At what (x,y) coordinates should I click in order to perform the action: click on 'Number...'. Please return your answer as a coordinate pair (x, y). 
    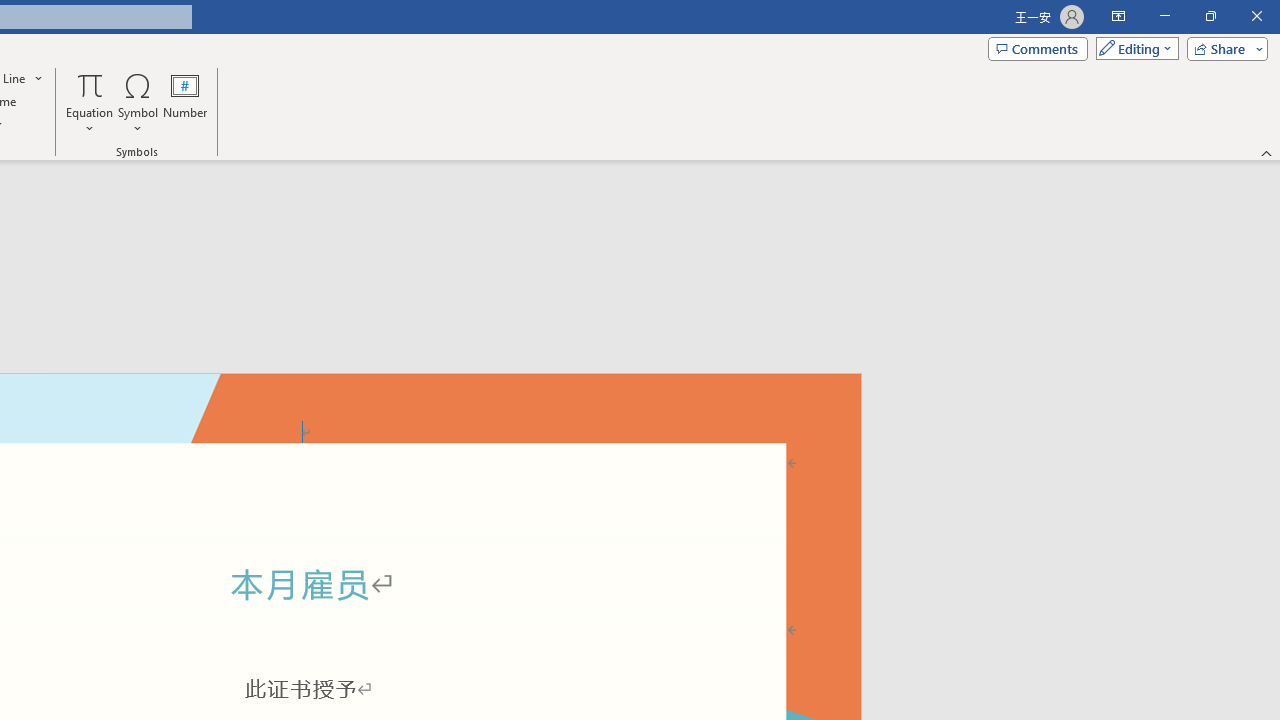
    Looking at the image, I should click on (185, 103).